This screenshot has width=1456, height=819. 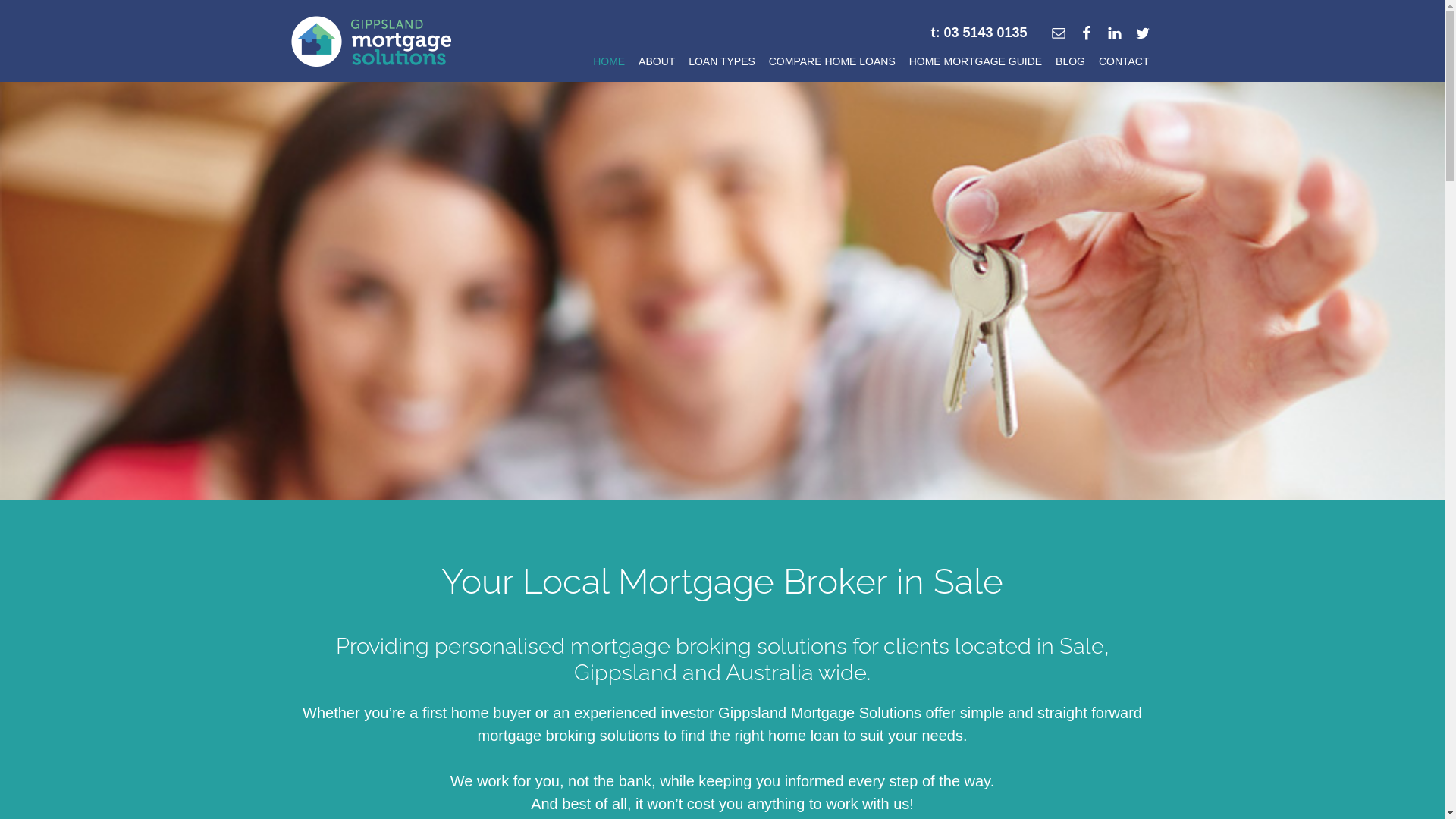 What do you see at coordinates (1069, 64) in the screenshot?
I see `'BLOG'` at bounding box center [1069, 64].